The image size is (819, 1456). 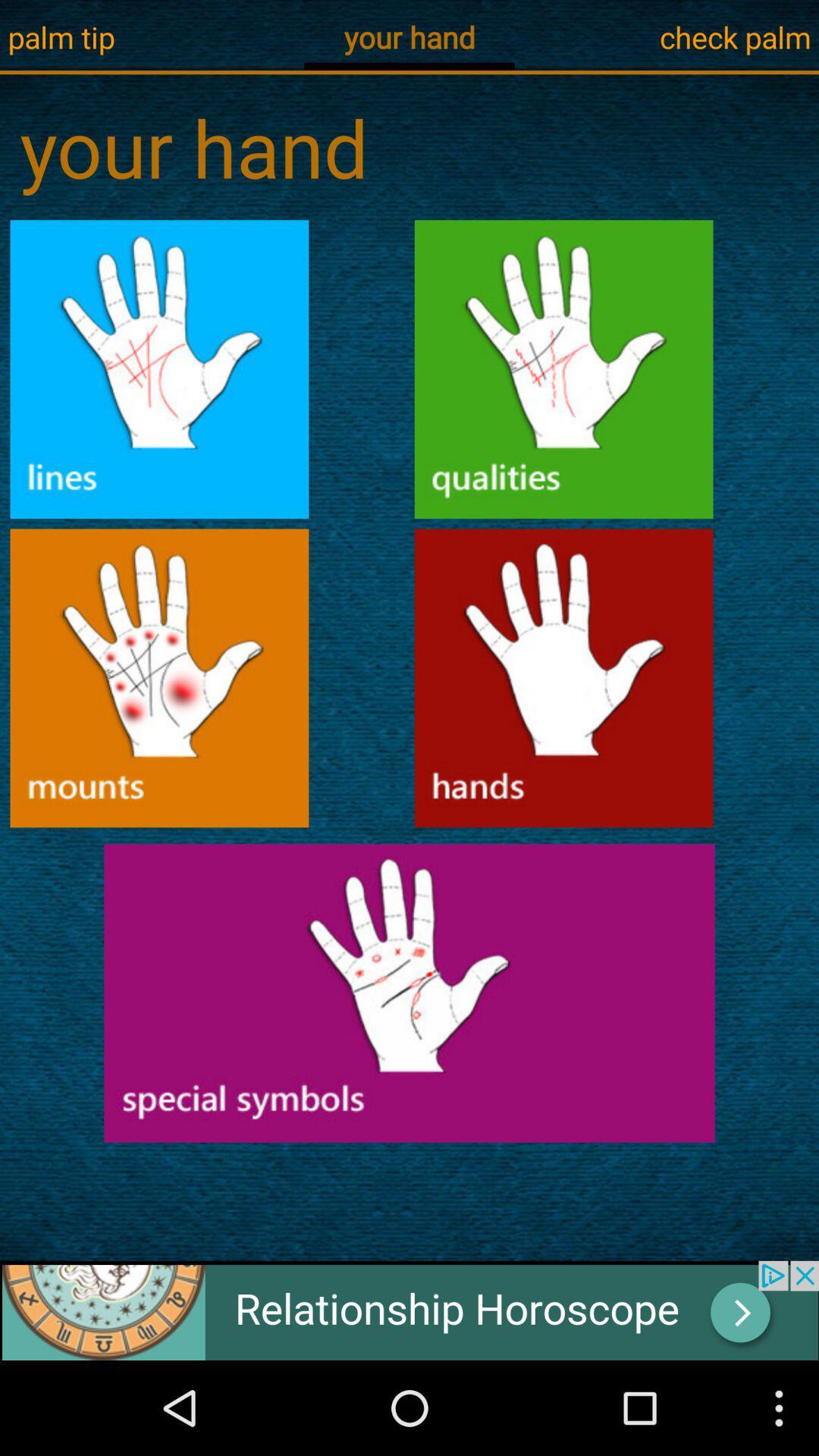 I want to click on choose special symbols, so click(x=409, y=993).